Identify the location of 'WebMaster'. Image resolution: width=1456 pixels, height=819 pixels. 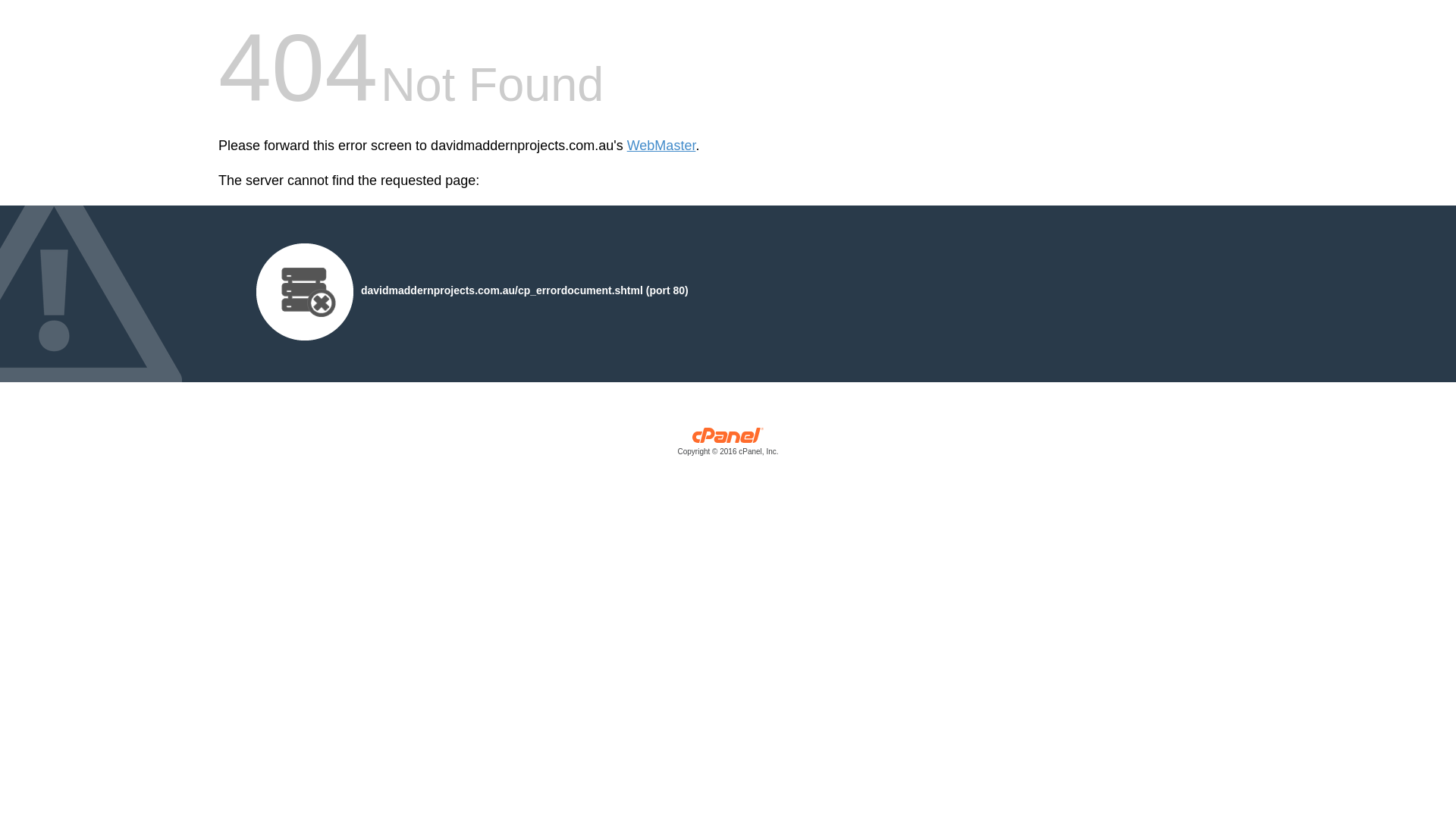
(661, 146).